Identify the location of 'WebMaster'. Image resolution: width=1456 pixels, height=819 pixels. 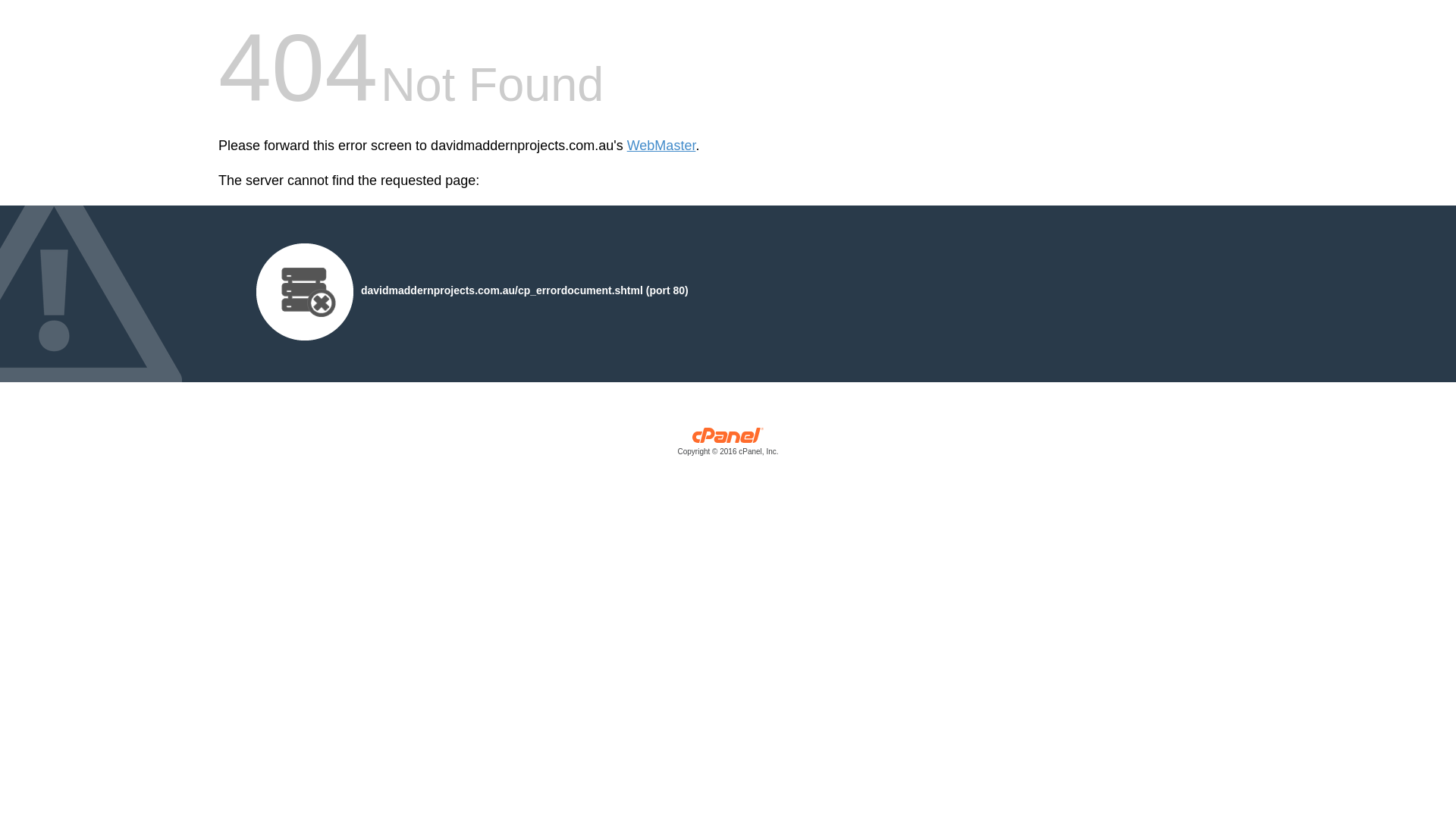
(661, 146).